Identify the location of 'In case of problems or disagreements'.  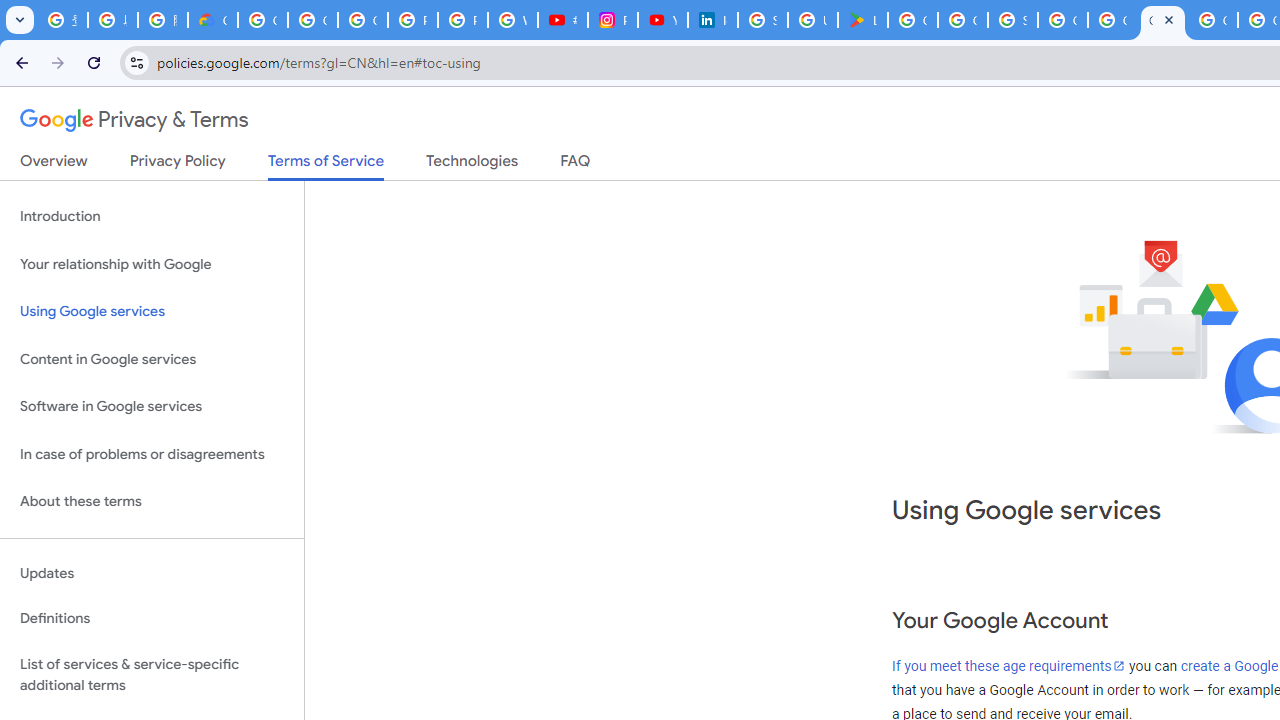
(151, 454).